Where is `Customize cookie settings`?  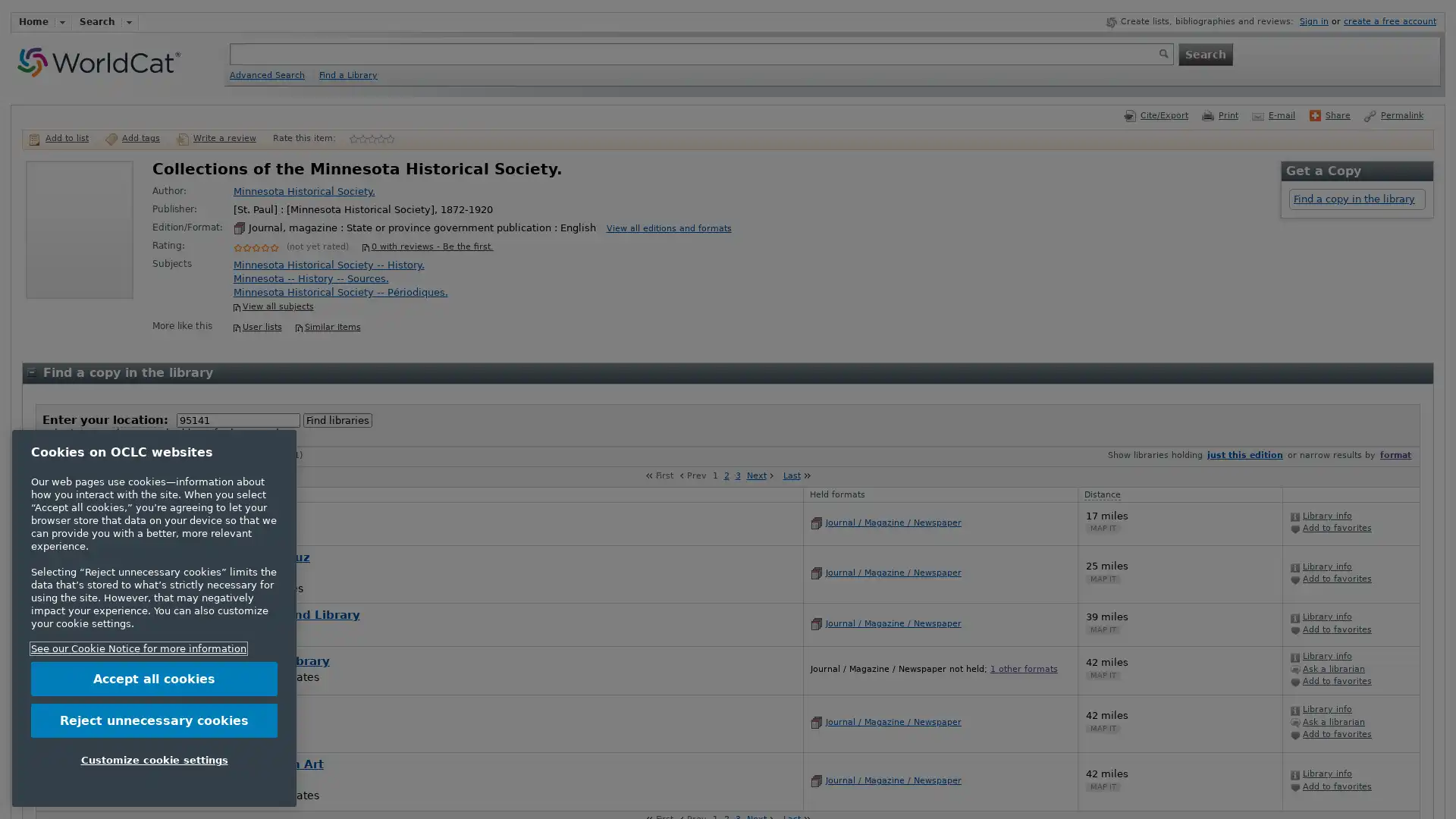 Customize cookie settings is located at coordinates (154, 760).